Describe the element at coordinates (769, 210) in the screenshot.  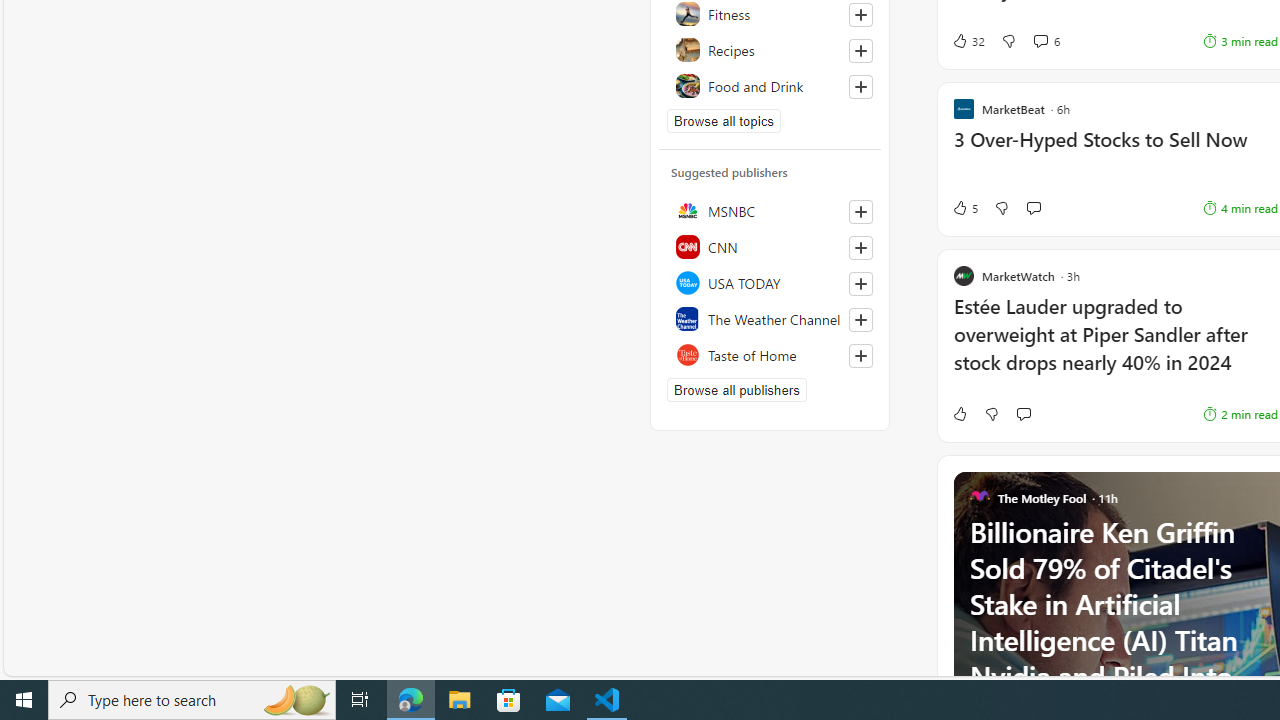
I see `'MSNBC'` at that location.